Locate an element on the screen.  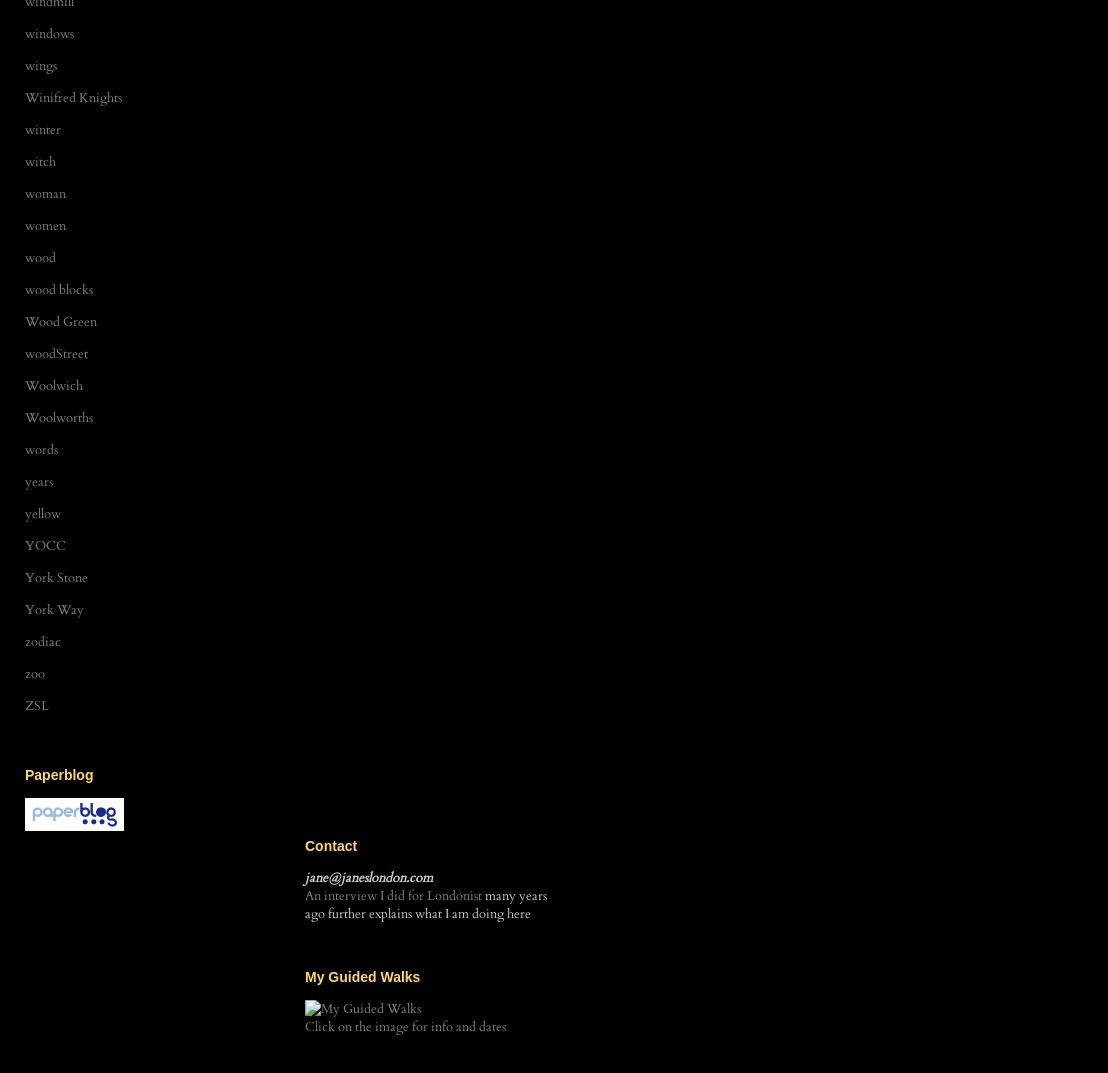
'women' is located at coordinates (45, 225).